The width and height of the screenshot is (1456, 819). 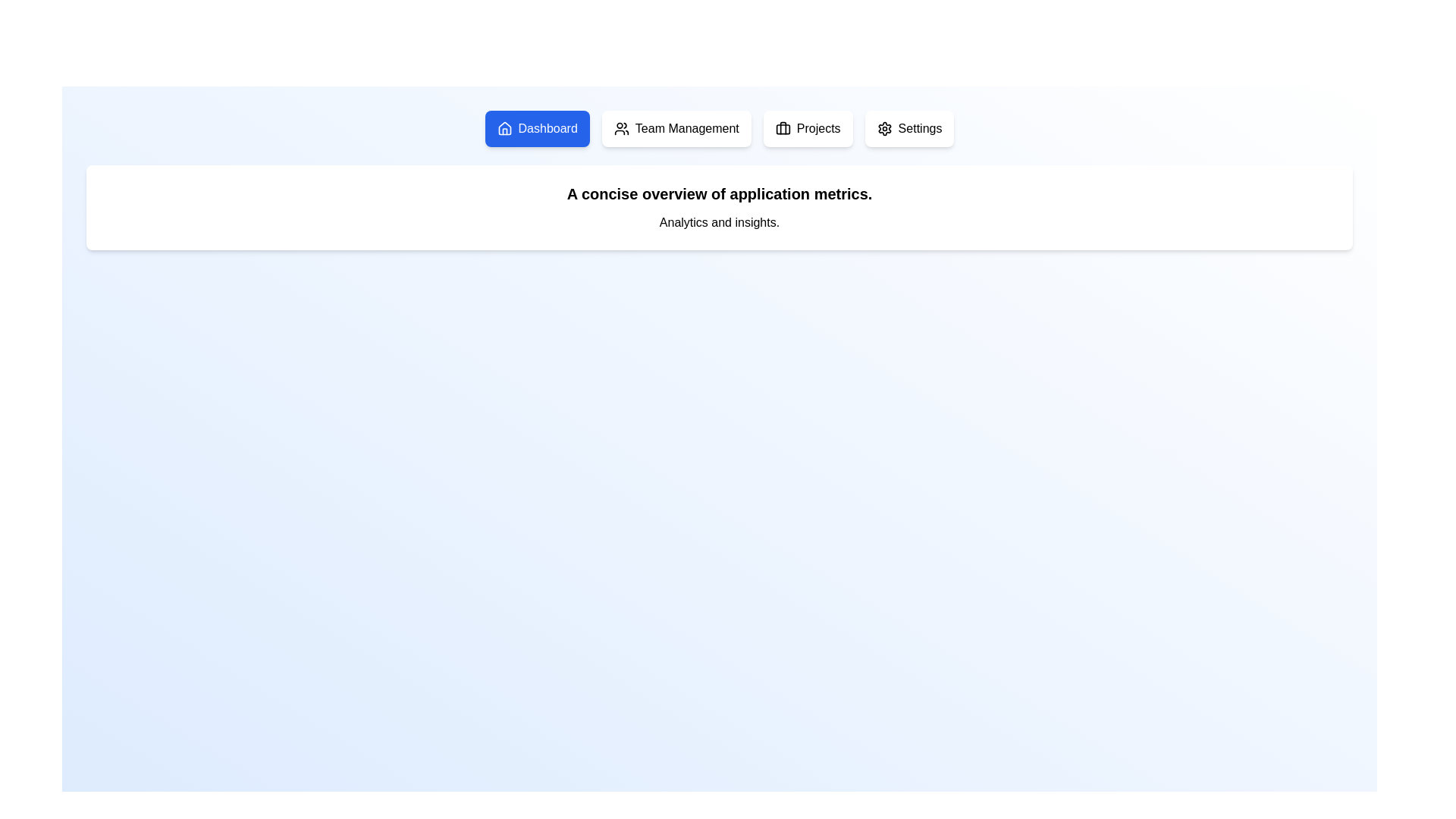 I want to click on the 'Dashboard' icon located at the upper left corner of the navigation bar, so click(x=504, y=127).